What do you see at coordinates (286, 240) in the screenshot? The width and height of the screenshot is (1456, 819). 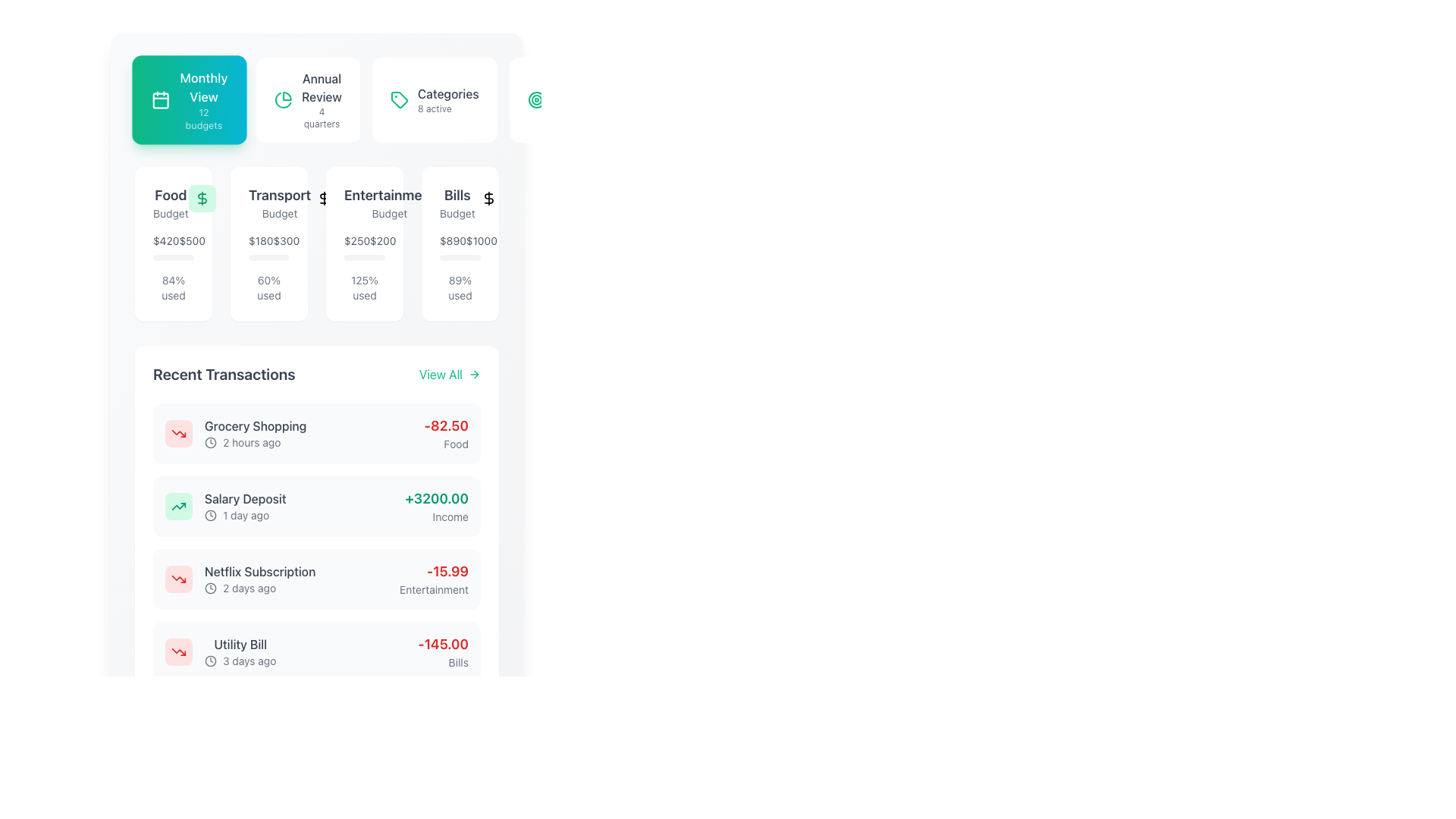 I see `the static text label displaying the maximum budget amount for the 'Transport' category, located in the budget information box below the 'Monthly View' tab` at bounding box center [286, 240].